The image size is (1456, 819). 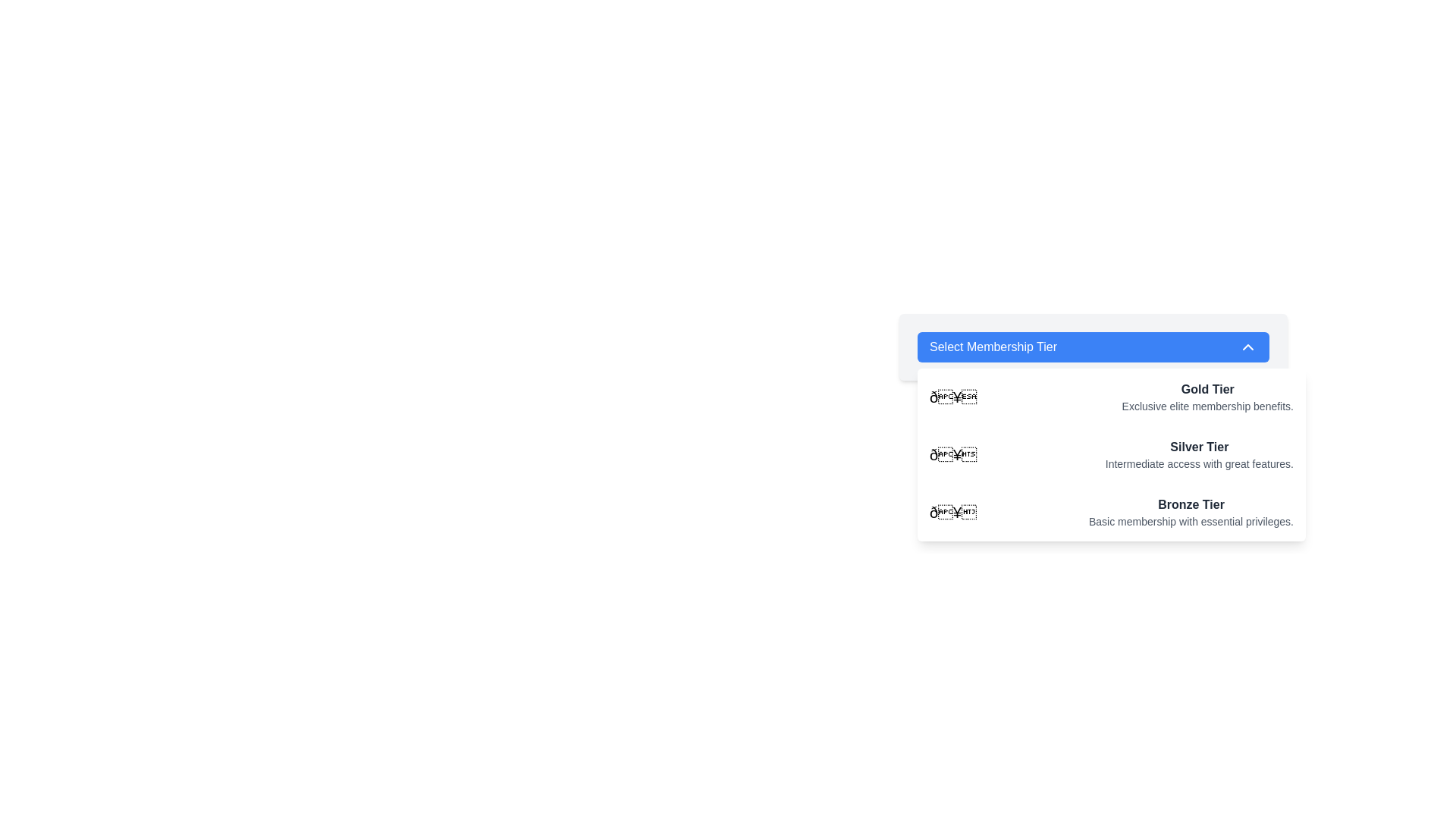 What do you see at coordinates (952, 454) in the screenshot?
I see `the graphical icon located at the leftmost side of the 'Silver Tier' section, which precedes the descriptive text content of the tier` at bounding box center [952, 454].